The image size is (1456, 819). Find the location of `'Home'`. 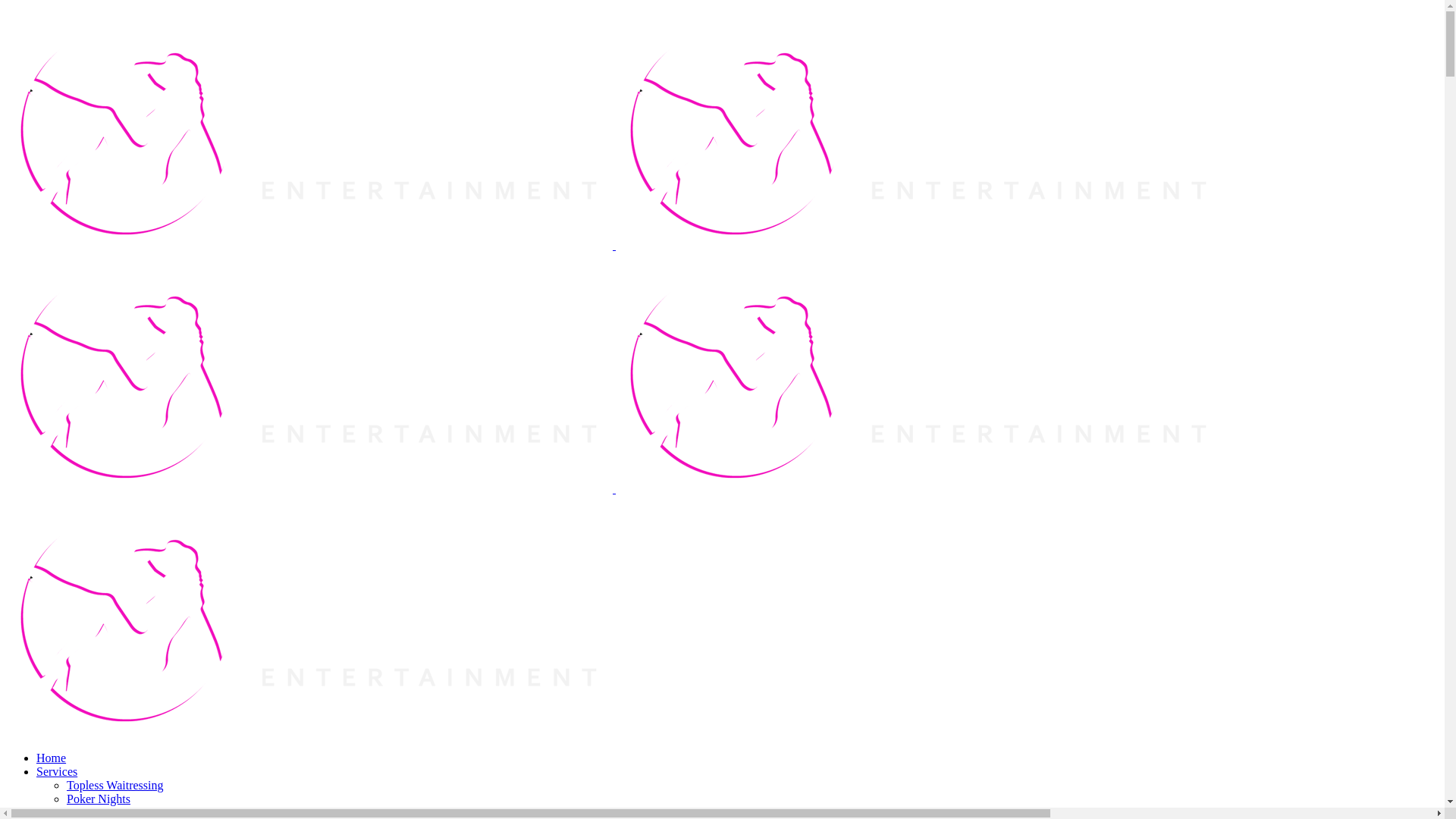

'Home' is located at coordinates (51, 758).